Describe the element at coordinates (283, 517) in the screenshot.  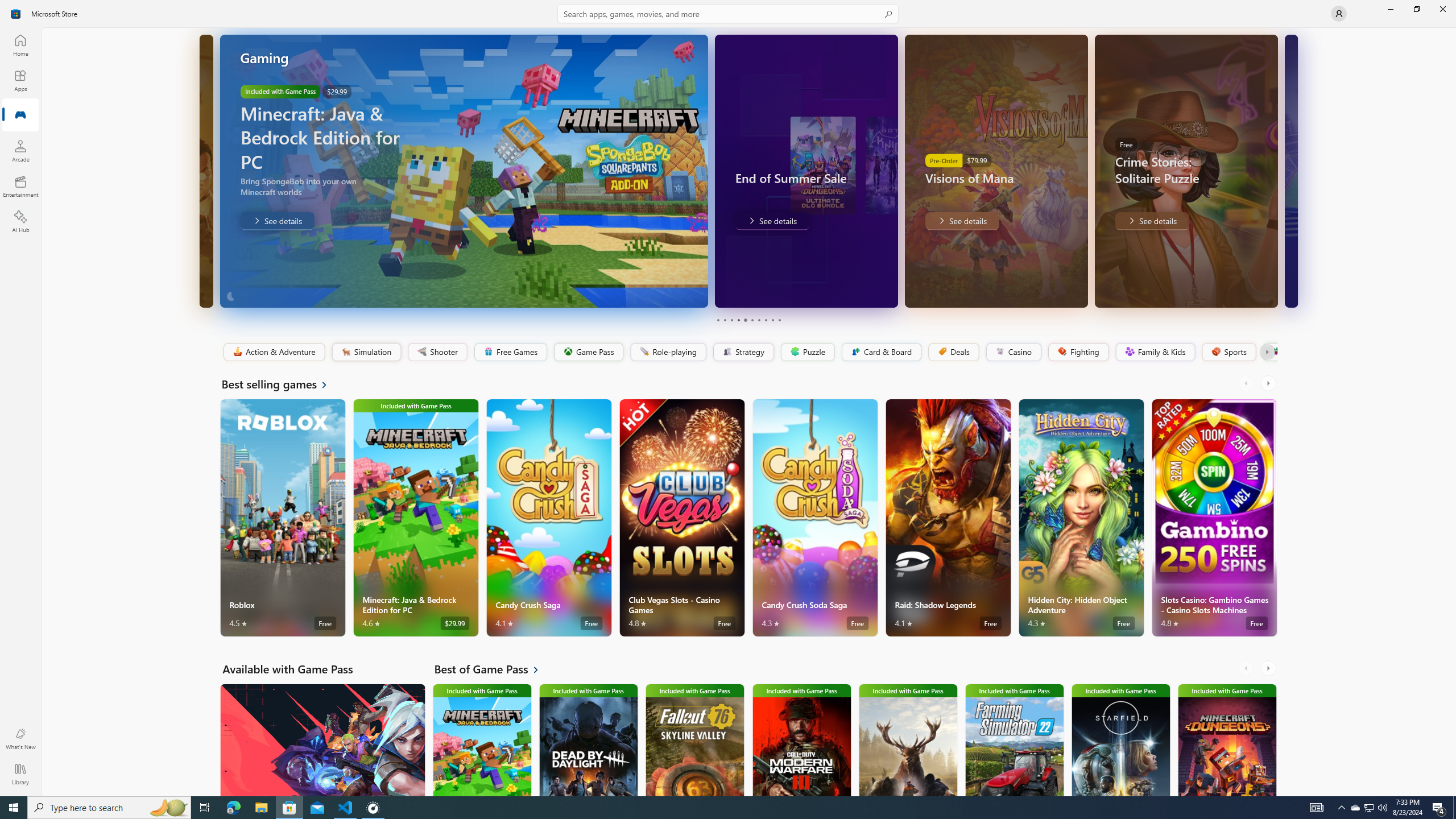
I see `'Roblox. Average rating of 4.5 out of five stars. Free  '` at that location.